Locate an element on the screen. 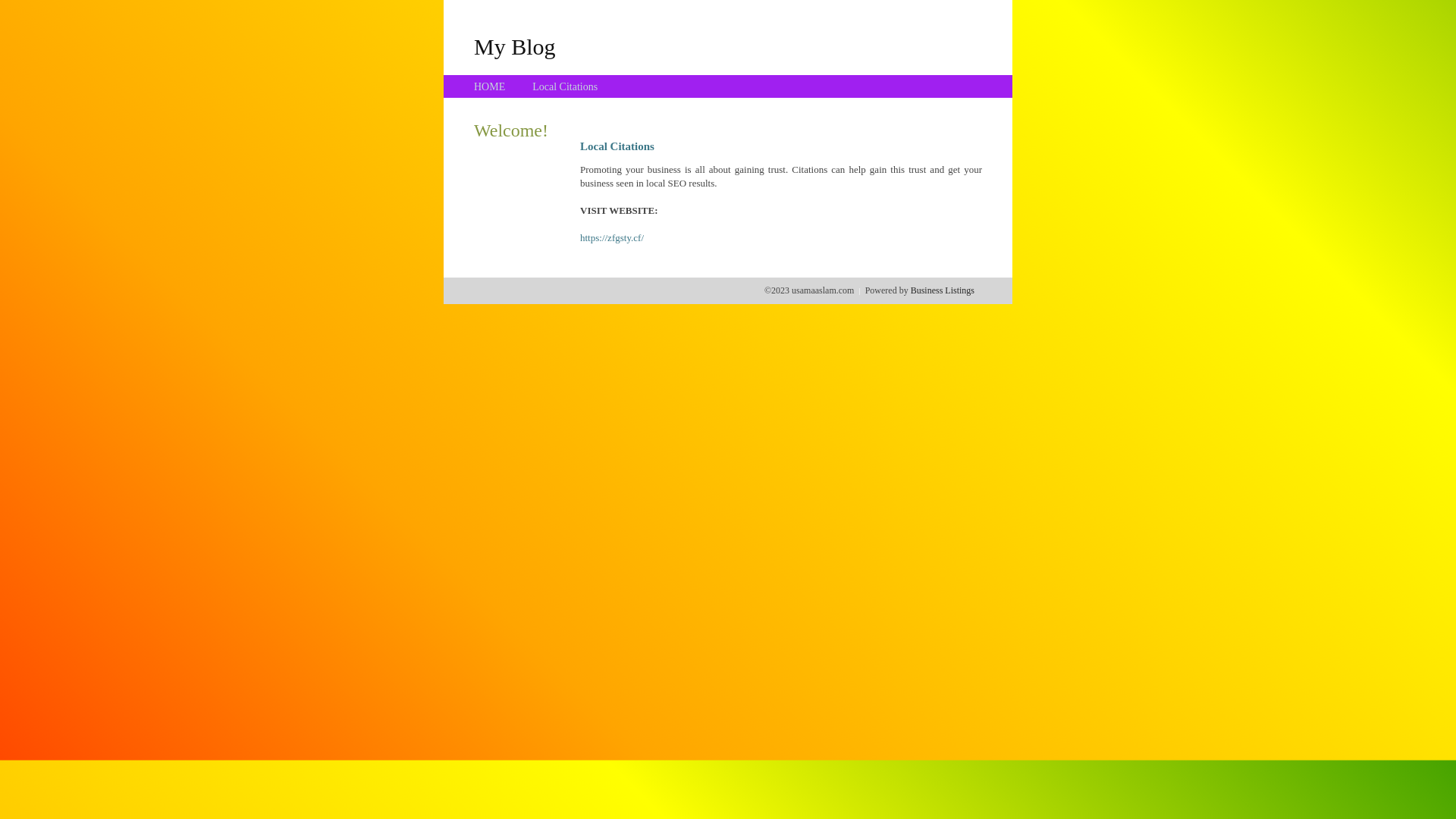 The width and height of the screenshot is (1456, 819). 'My Blog' is located at coordinates (514, 45).